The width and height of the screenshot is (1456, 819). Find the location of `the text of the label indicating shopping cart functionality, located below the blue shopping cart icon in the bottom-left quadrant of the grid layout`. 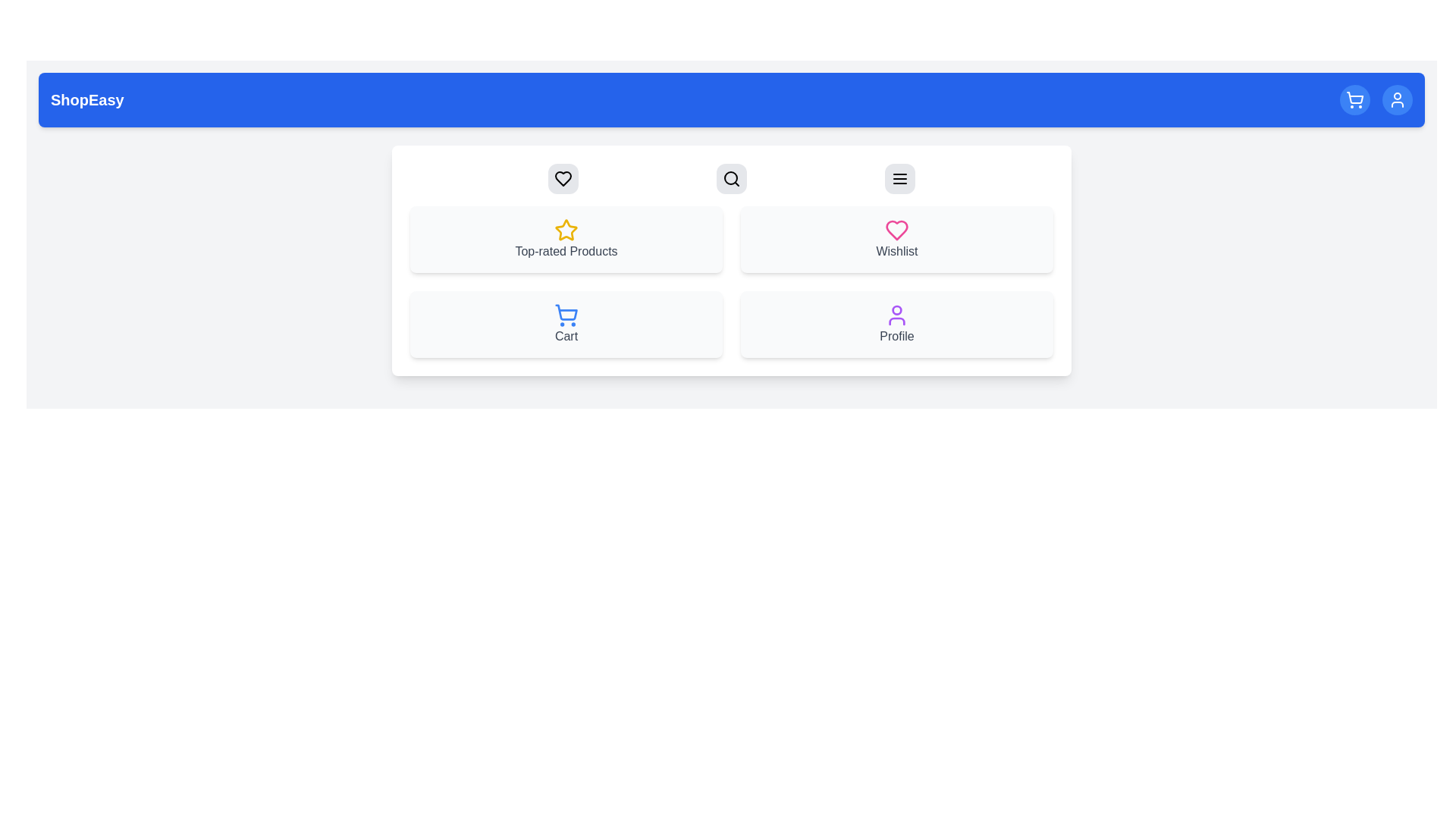

the text of the label indicating shopping cart functionality, located below the blue shopping cart icon in the bottom-left quadrant of the grid layout is located at coordinates (566, 335).